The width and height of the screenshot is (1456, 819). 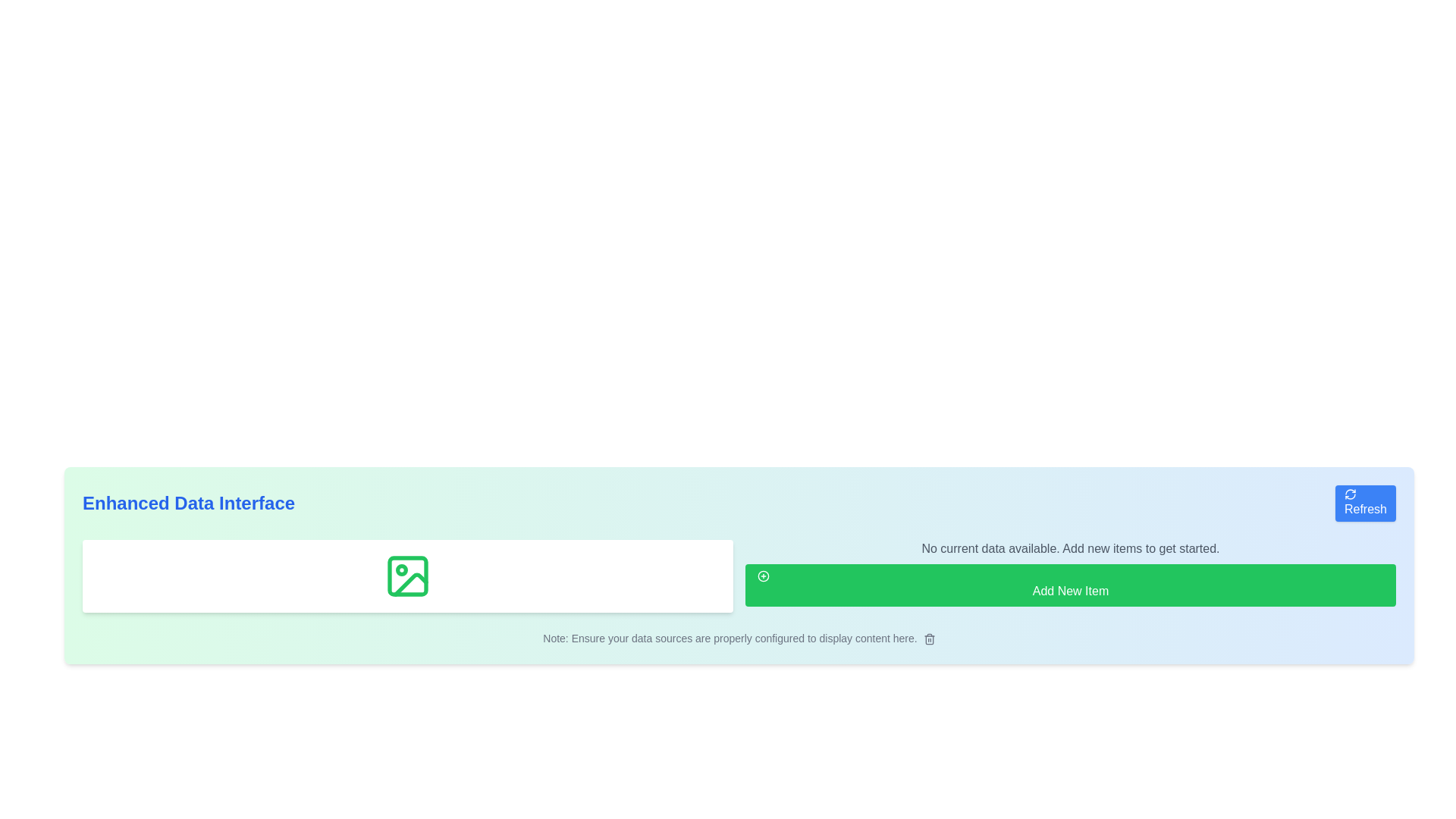 I want to click on the Icon button placeholder located at the left side of the grid under the 'Enhanced Data Interface' heading, so click(x=407, y=576).